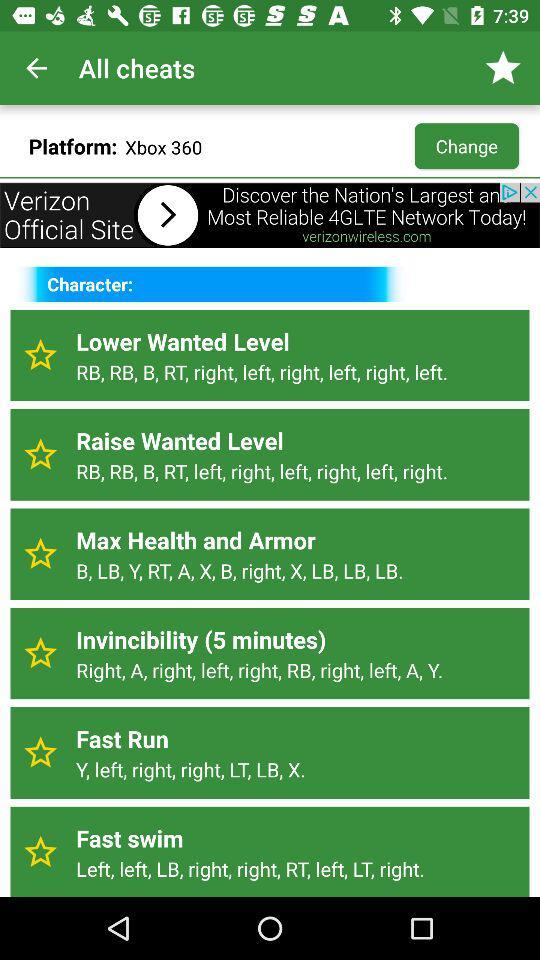 Image resolution: width=540 pixels, height=960 pixels. What do you see at coordinates (270, 215) in the screenshot?
I see `advertising bar` at bounding box center [270, 215].